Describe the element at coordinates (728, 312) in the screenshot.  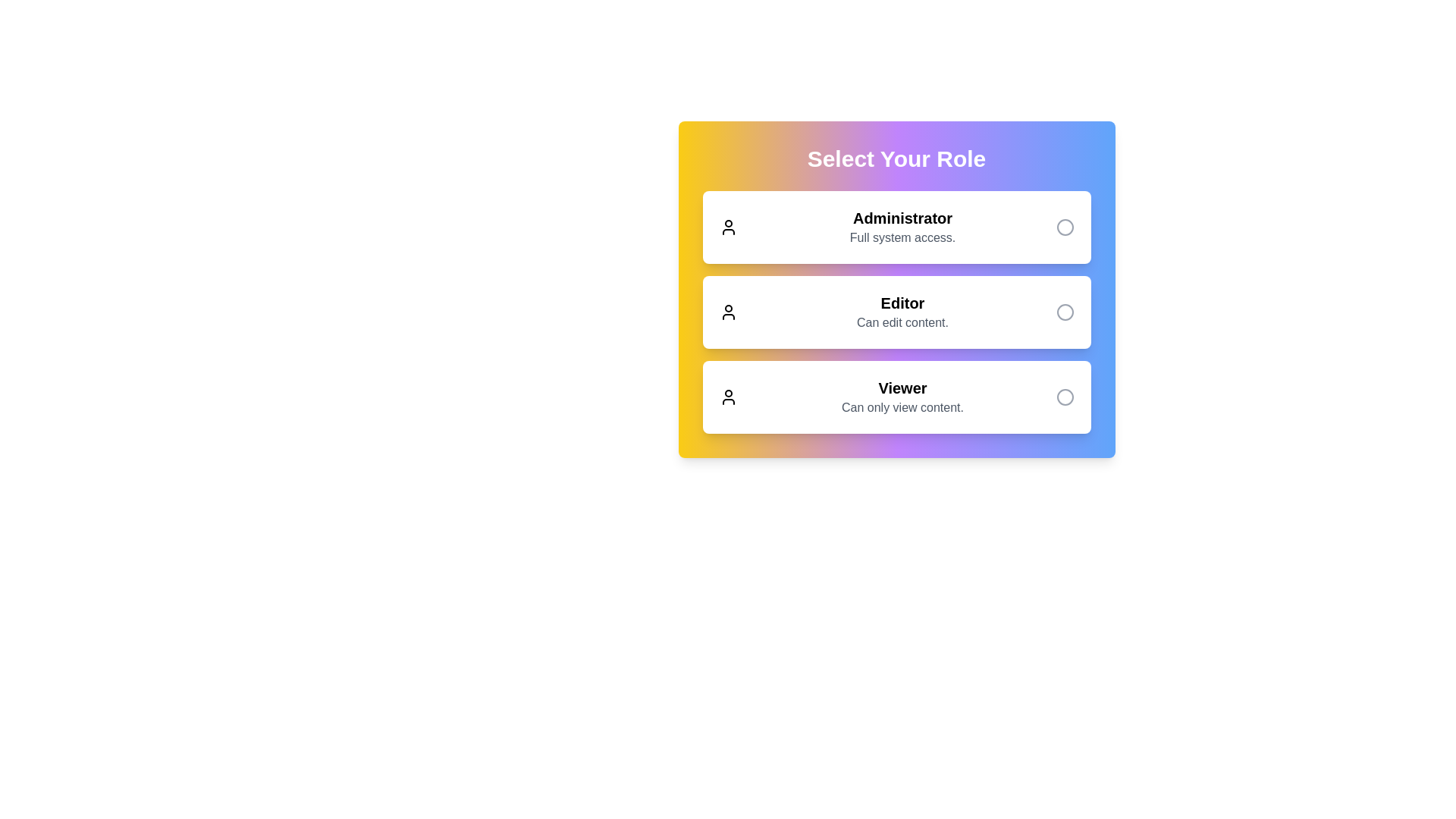
I see `the icon located to the left of the 'Editor' selectable box, which indicates user-related concepts` at that location.